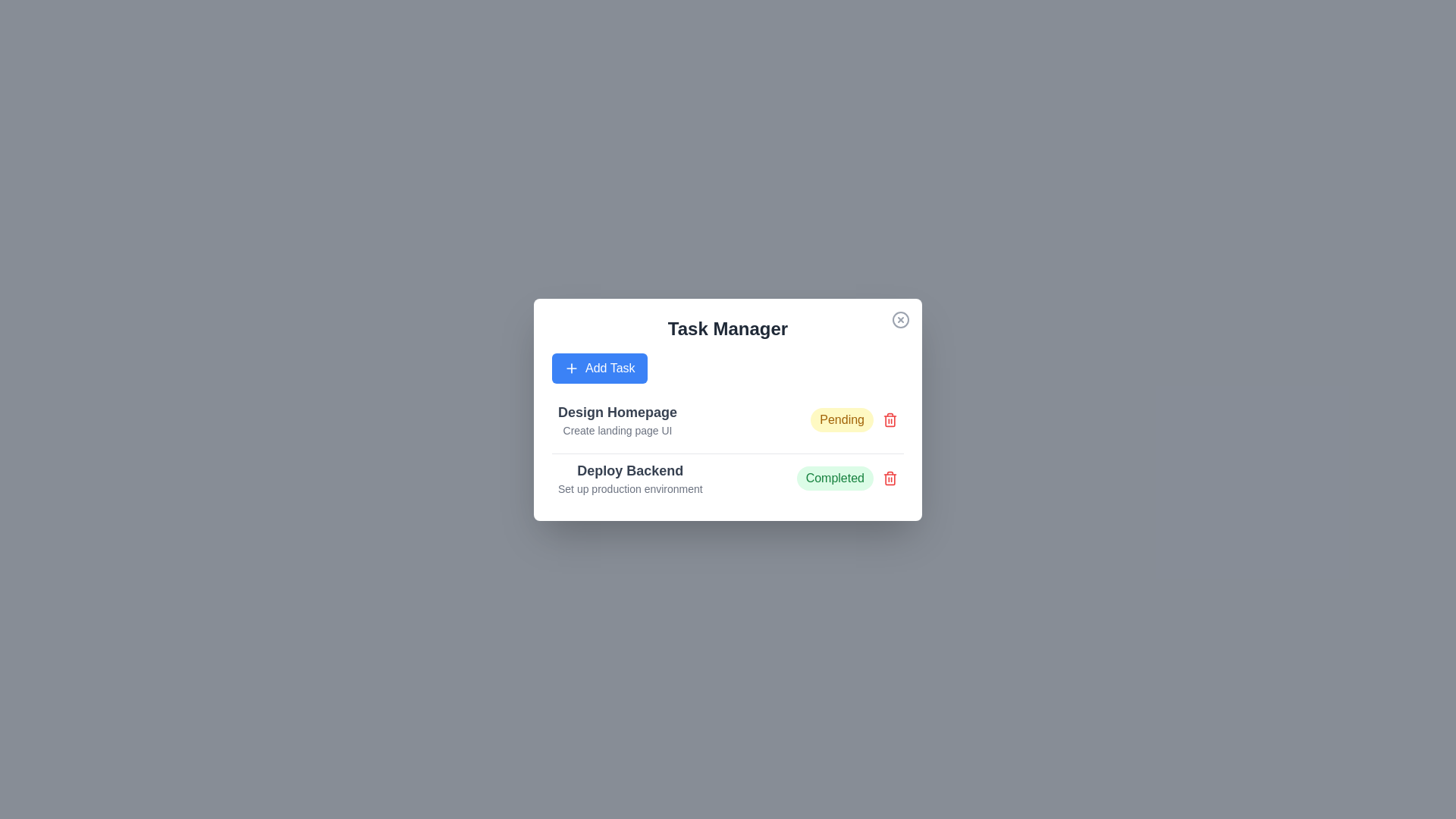 Image resolution: width=1456 pixels, height=819 pixels. What do you see at coordinates (901, 318) in the screenshot?
I see `the Decorative Circle located in the top-right corner of the Task Manager interface, which enhances the visibility of the 'X' mark for closing the application` at bounding box center [901, 318].